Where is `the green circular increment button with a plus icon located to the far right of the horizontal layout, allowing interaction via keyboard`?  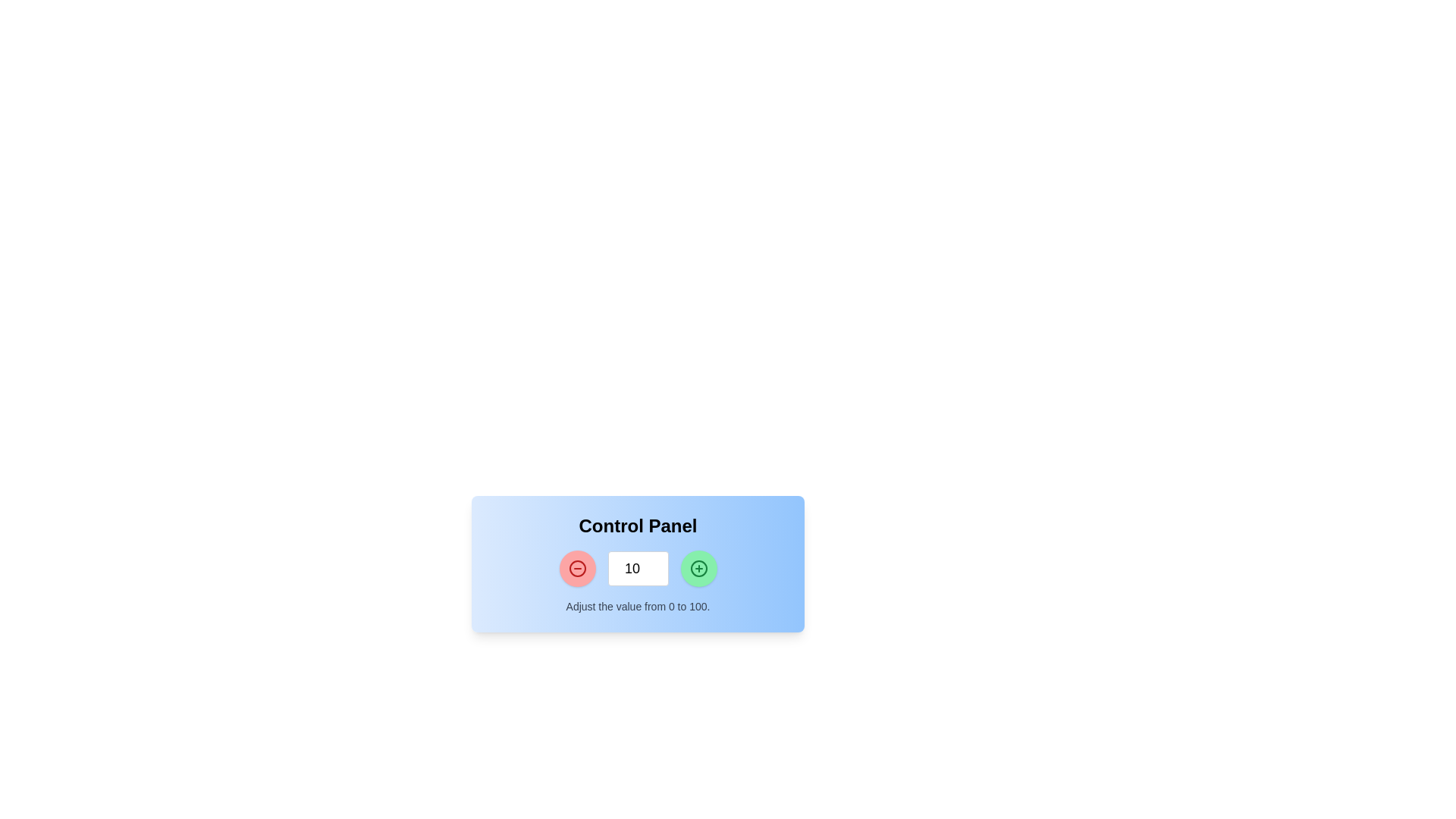 the green circular increment button with a plus icon located to the far right of the horizontal layout, allowing interaction via keyboard is located at coordinates (698, 568).